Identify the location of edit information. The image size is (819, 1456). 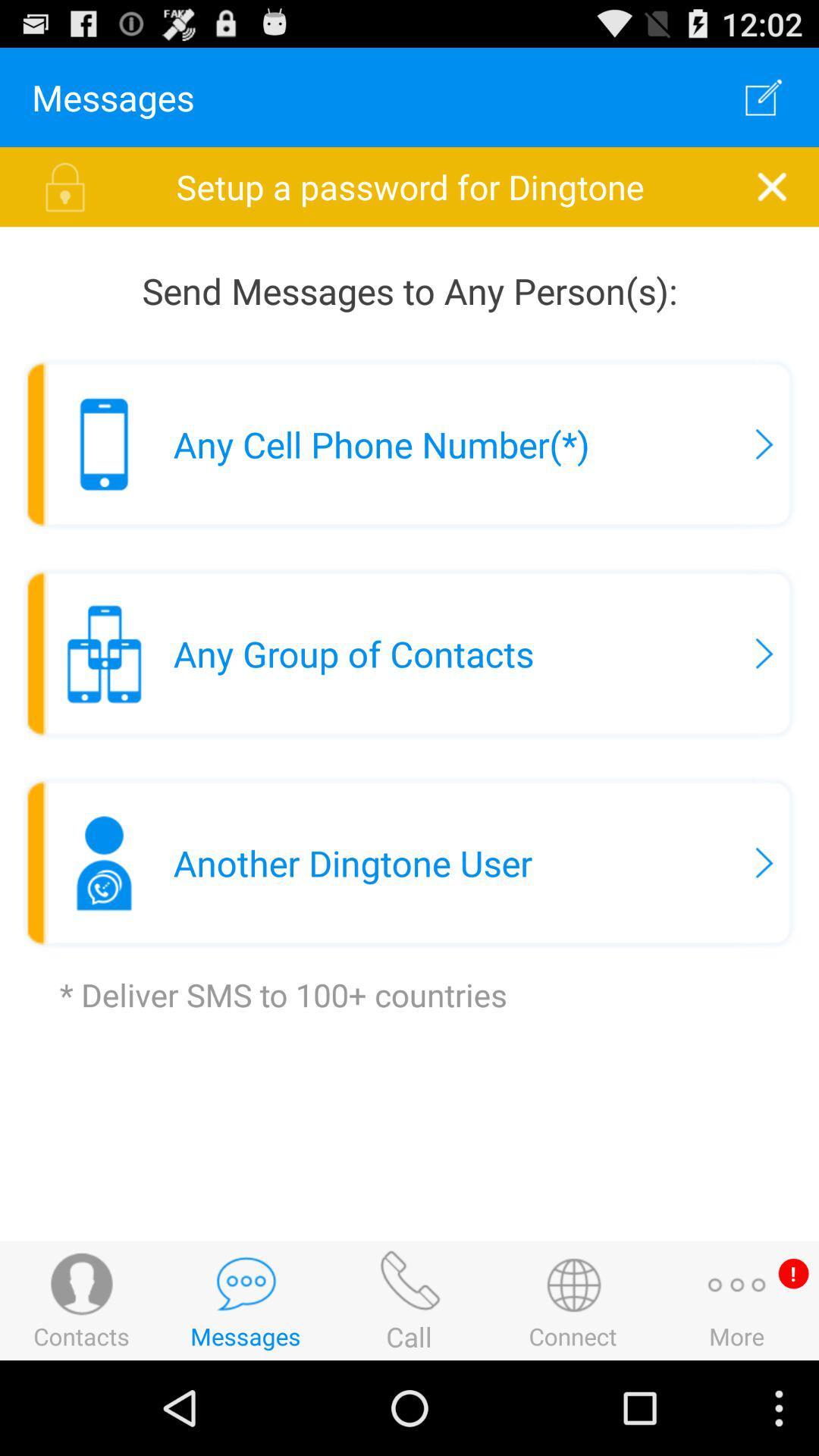
(764, 96).